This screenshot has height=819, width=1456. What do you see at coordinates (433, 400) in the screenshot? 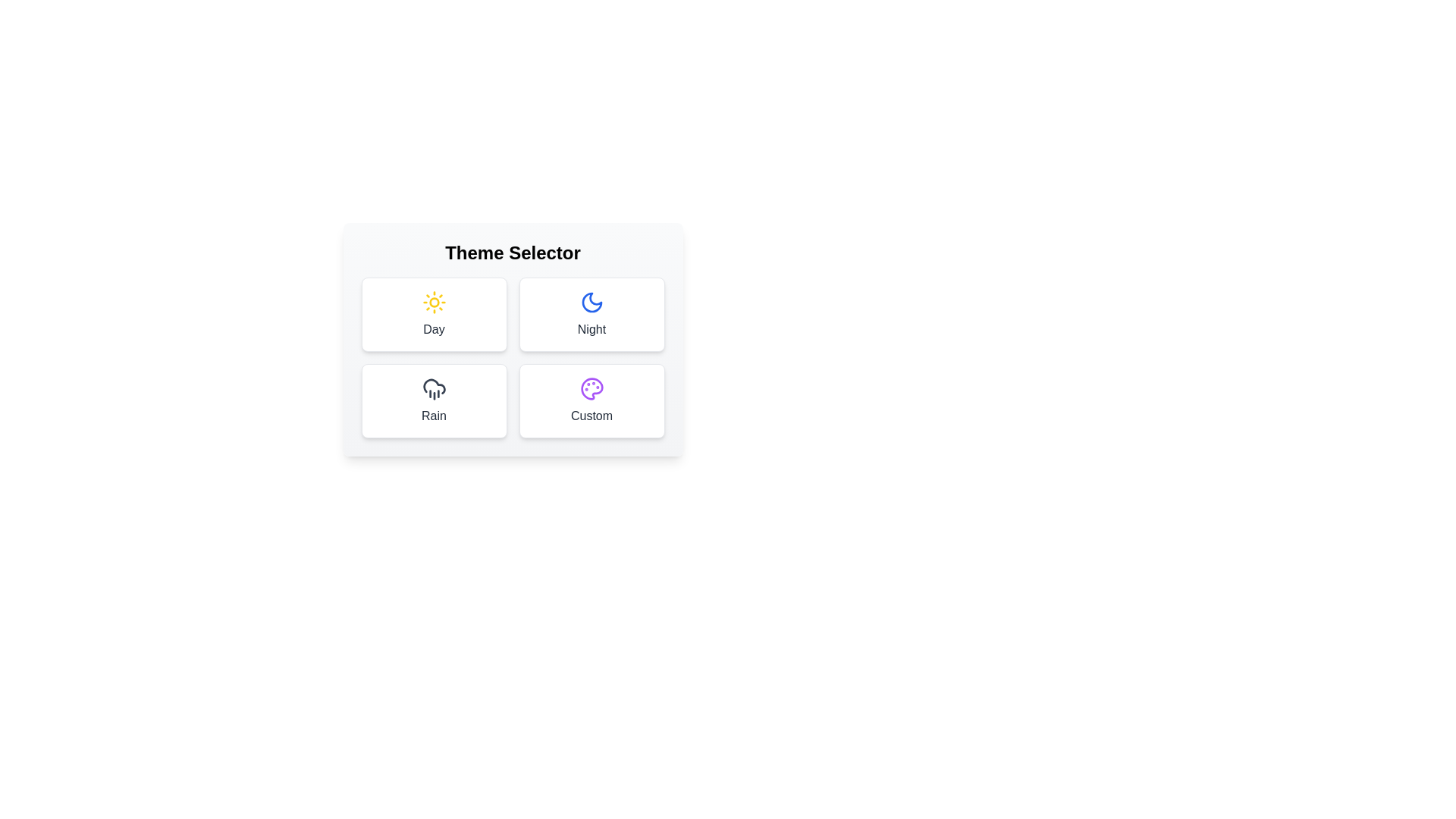
I see `the button corresponding to the Rain theme to select it` at bounding box center [433, 400].